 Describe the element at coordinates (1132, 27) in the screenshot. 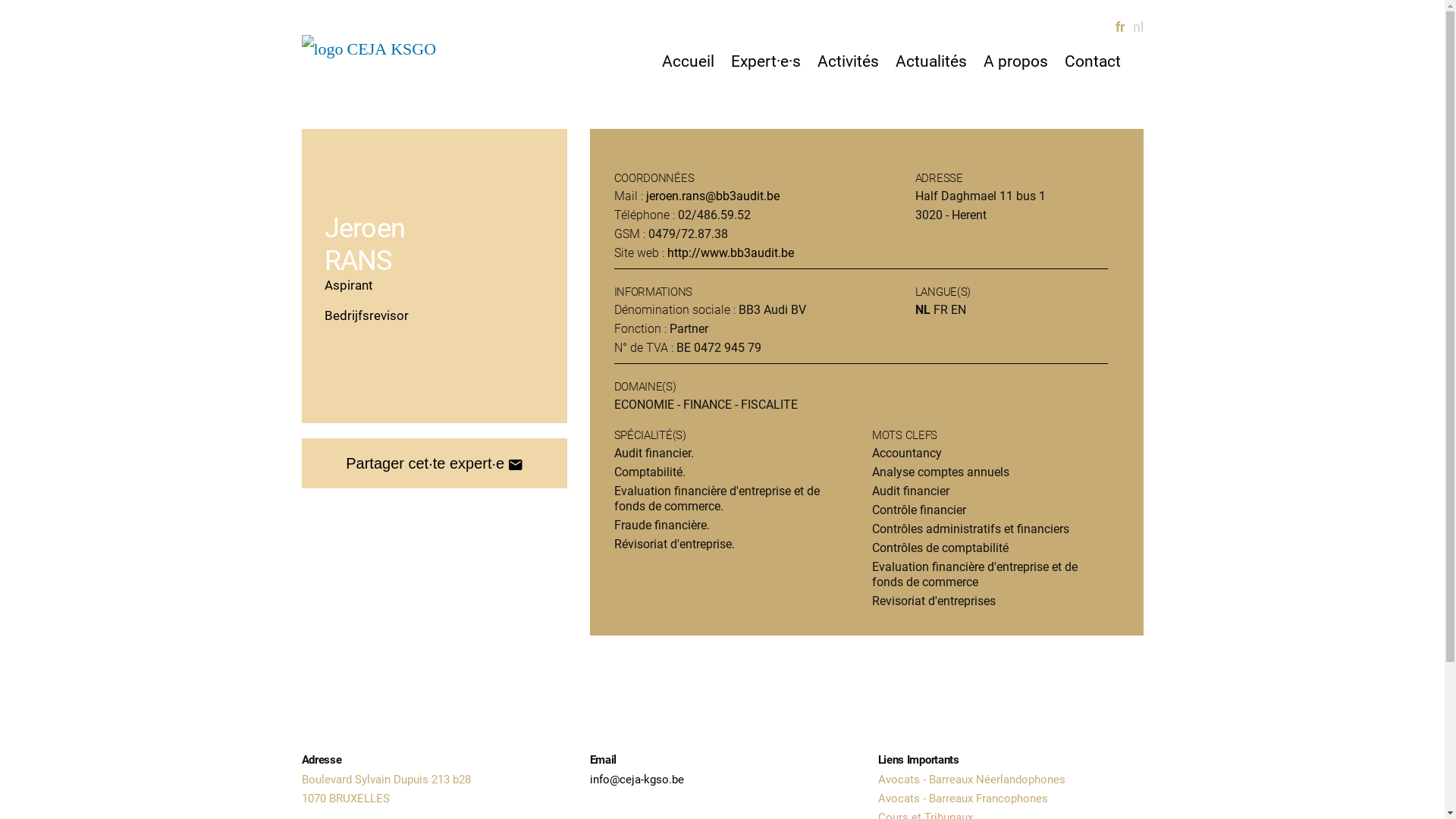

I see `'nl'` at that location.